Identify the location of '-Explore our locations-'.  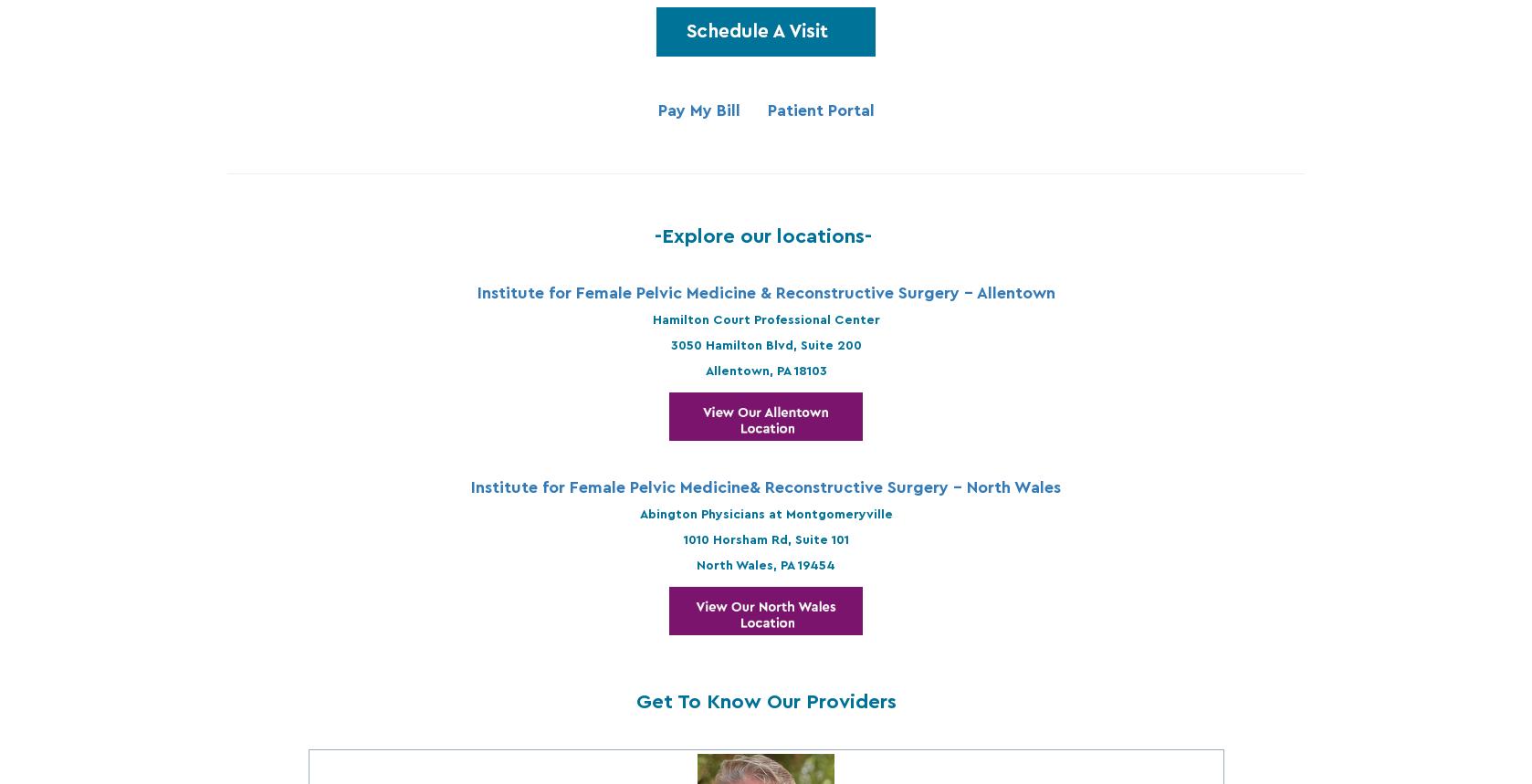
(766, 234).